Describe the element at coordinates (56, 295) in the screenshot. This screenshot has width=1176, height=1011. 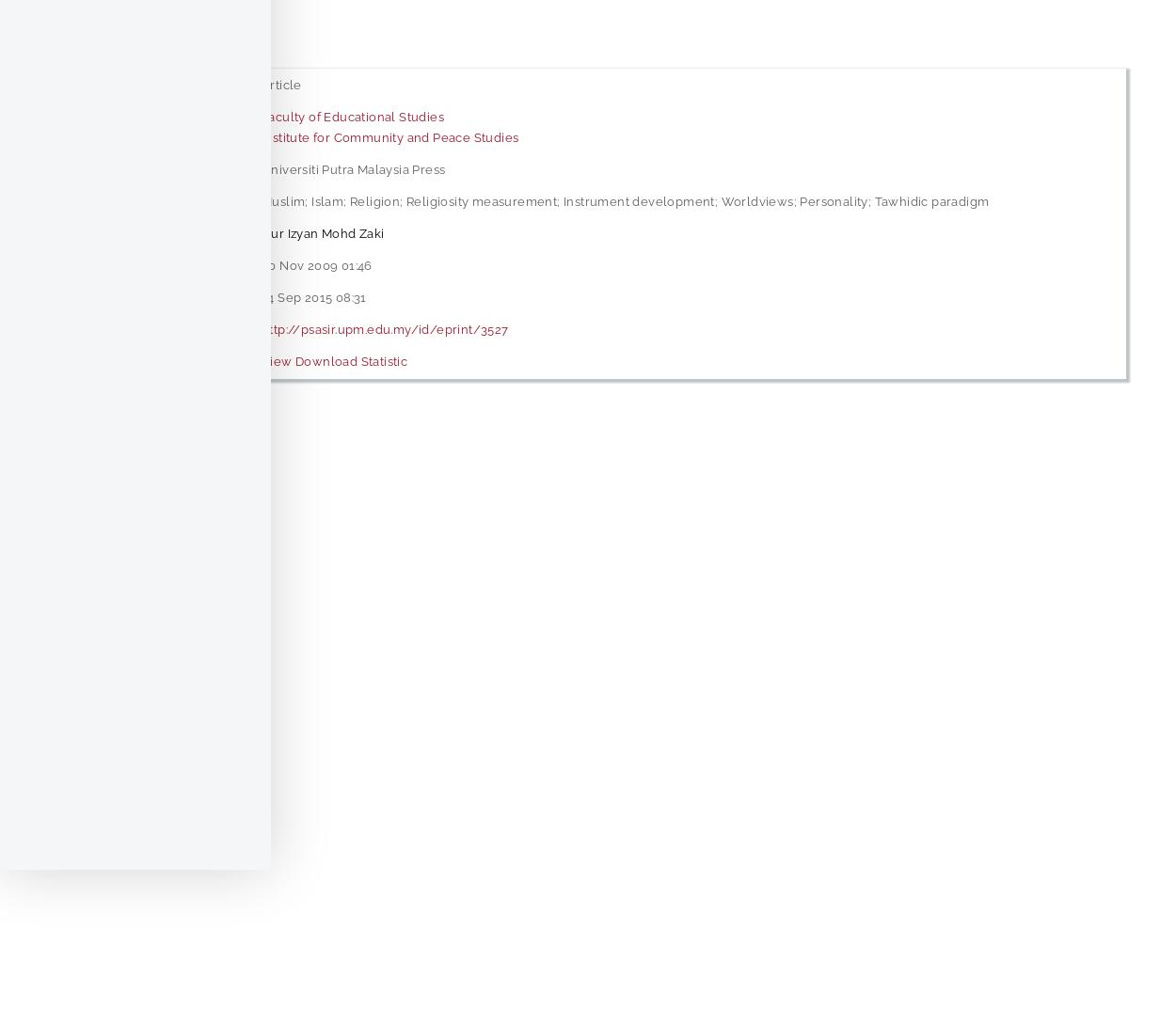
I see `'Last Modified:'` at that location.